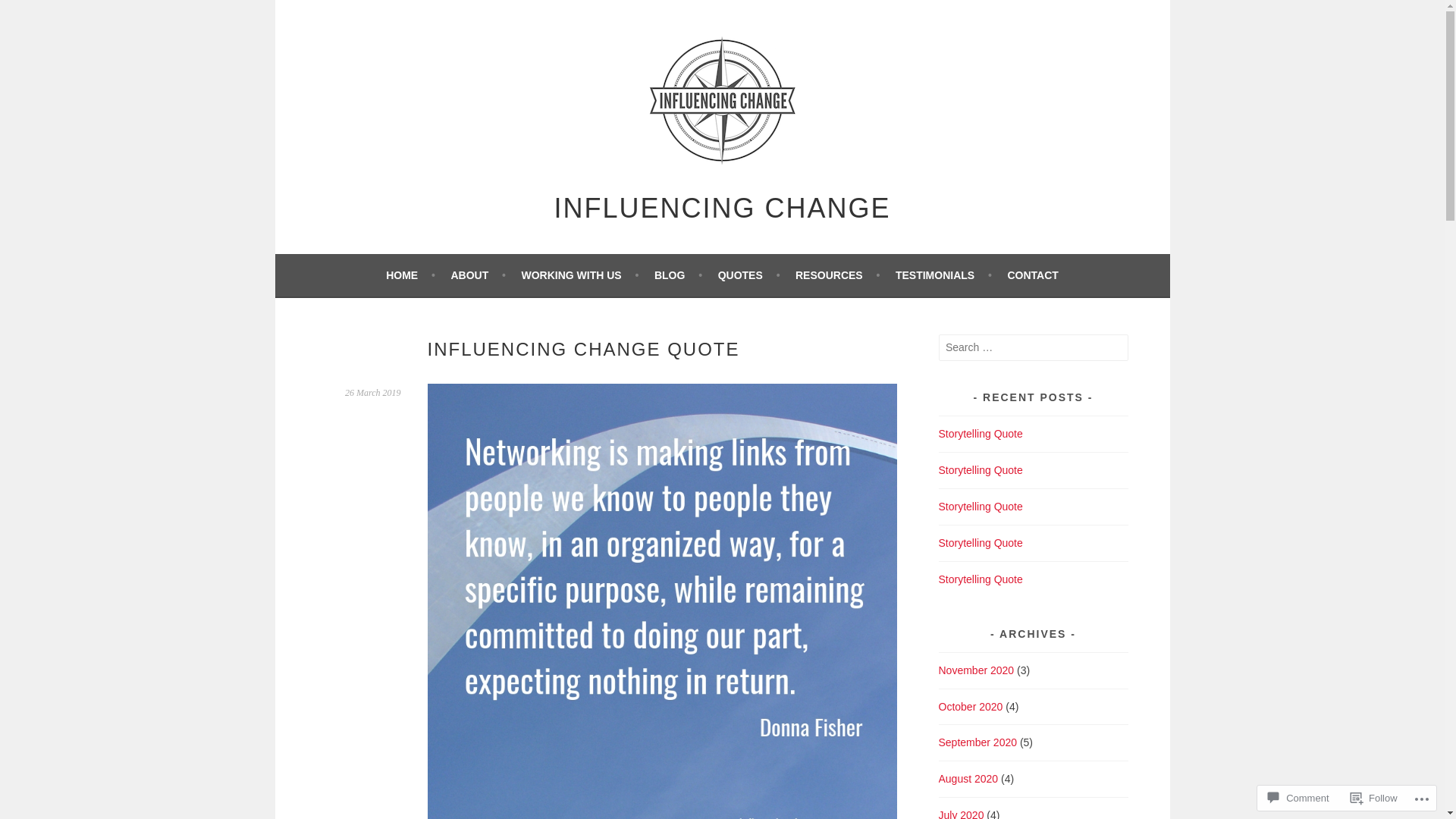  What do you see at coordinates (720, 208) in the screenshot?
I see `'INFLUENCING CHANGE'` at bounding box center [720, 208].